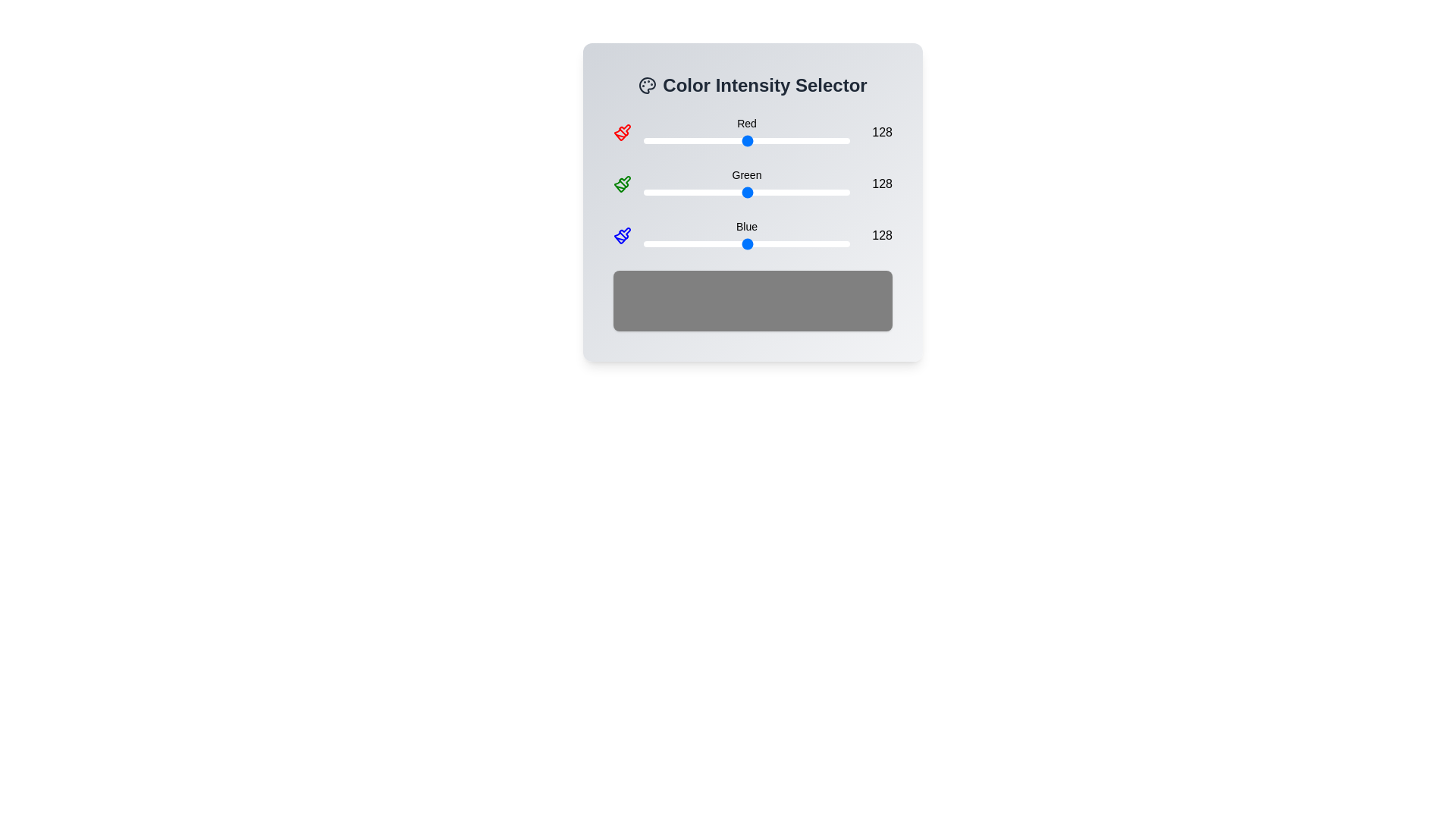 Image resolution: width=1456 pixels, height=819 pixels. Describe the element at coordinates (733, 192) in the screenshot. I see `the green color intensity` at that location.